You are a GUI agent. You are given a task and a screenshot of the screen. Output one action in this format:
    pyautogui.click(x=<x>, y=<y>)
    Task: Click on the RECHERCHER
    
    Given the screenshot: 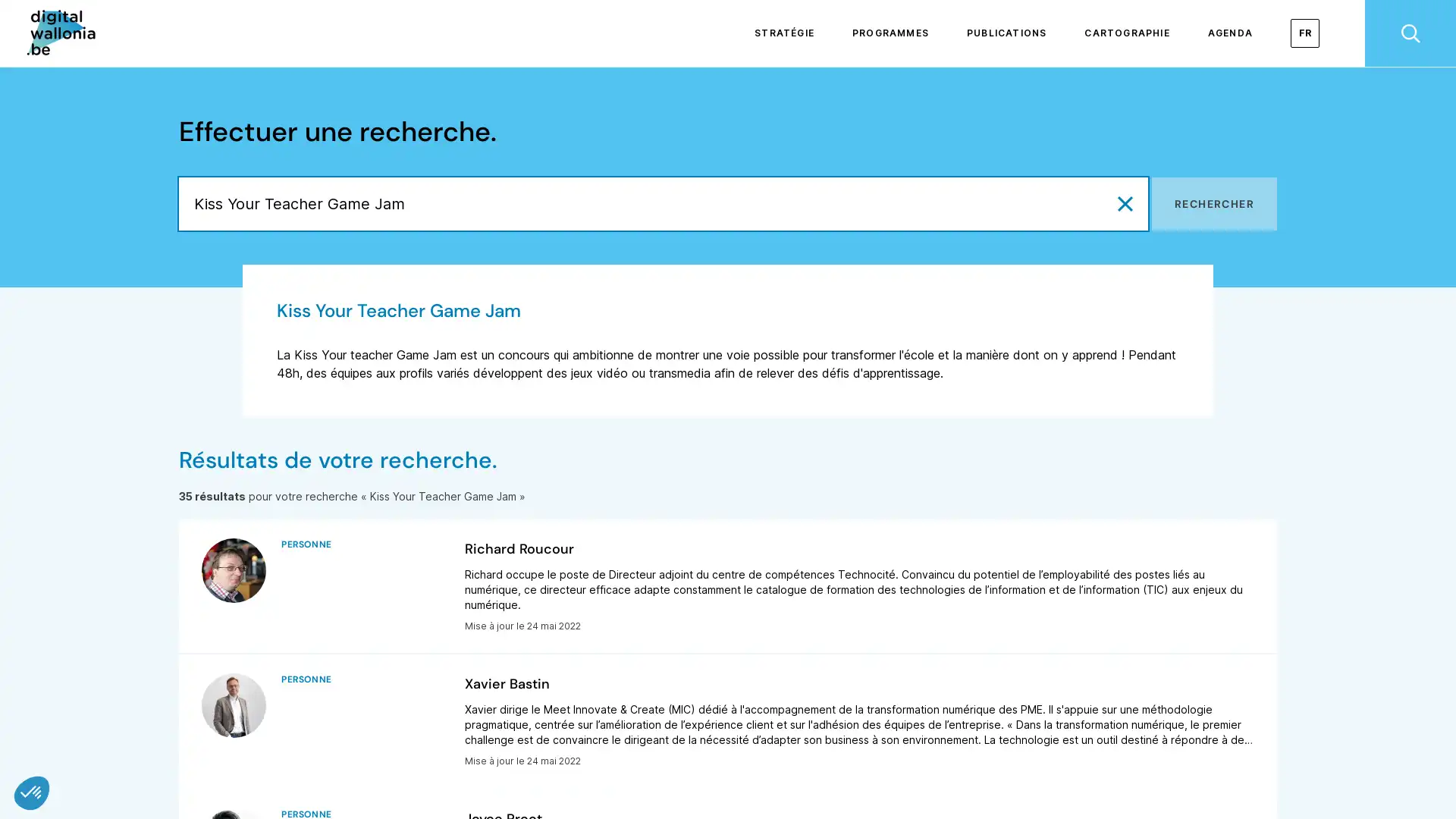 What is the action you would take?
    pyautogui.click(x=1214, y=203)
    